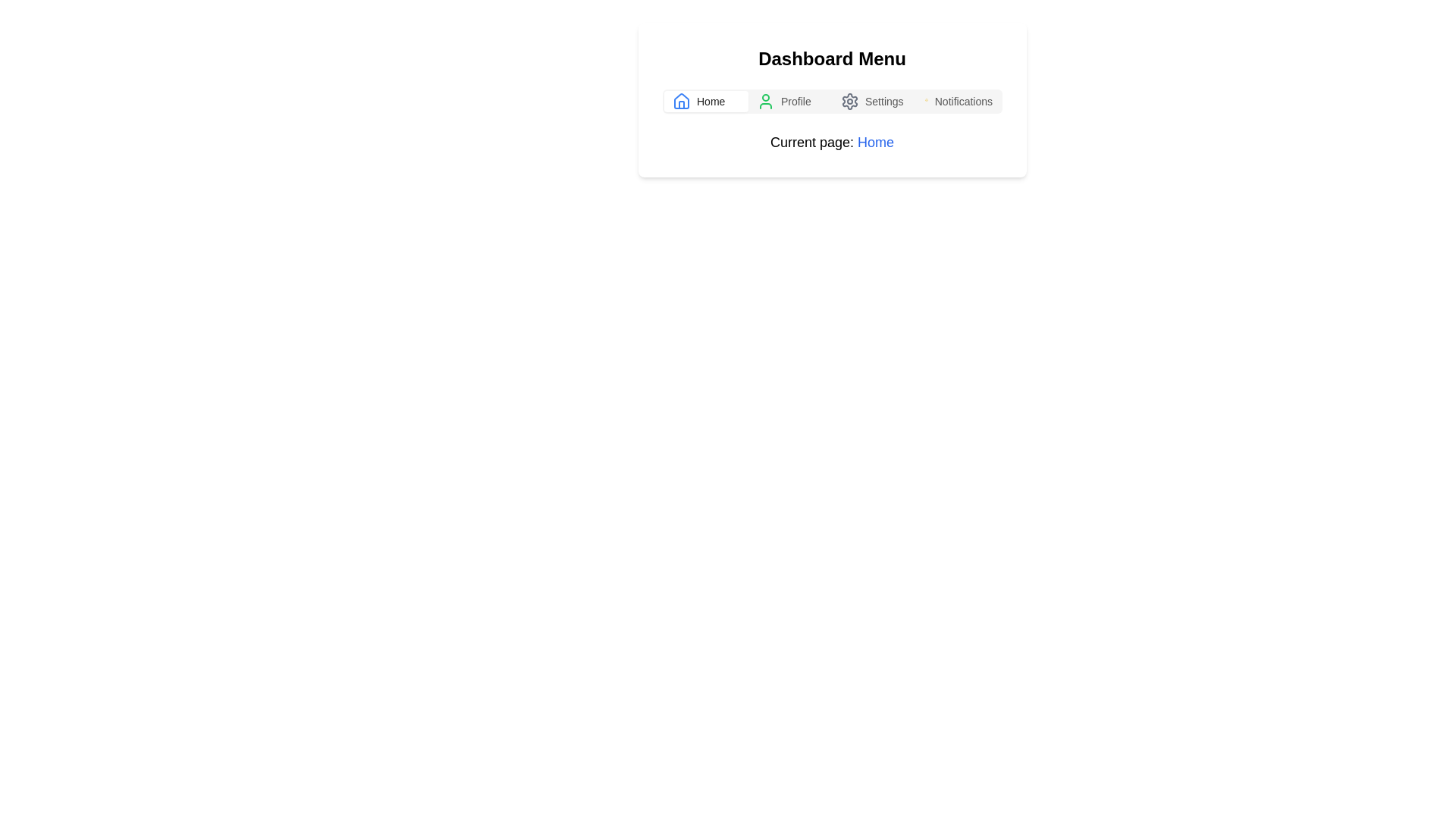 The height and width of the screenshot is (819, 1456). Describe the element at coordinates (705, 102) in the screenshot. I see `the 'Home' tab in the top menu bar under 'Dashboard Menu'` at that location.